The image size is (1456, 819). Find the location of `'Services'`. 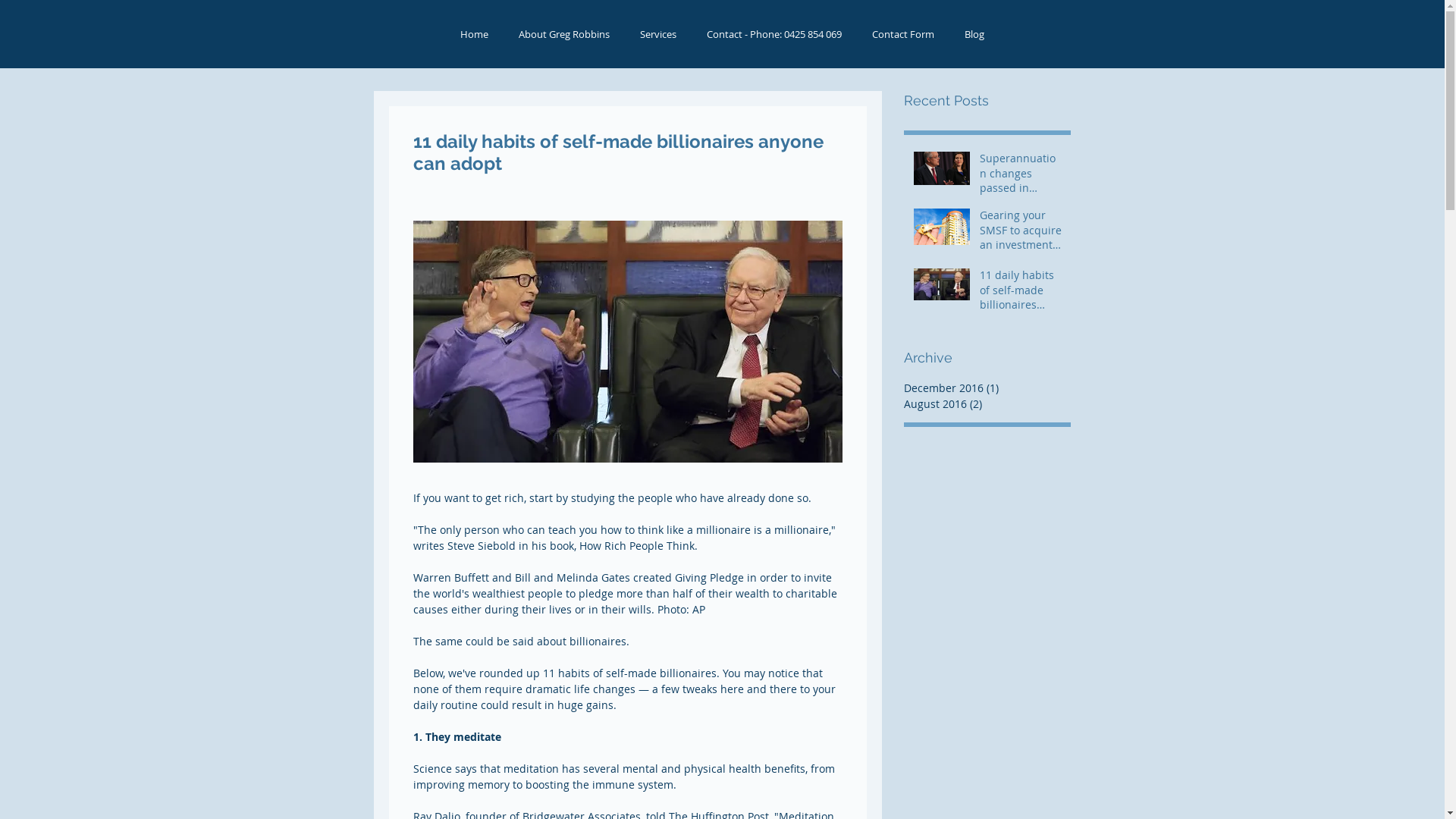

'Services' is located at coordinates (658, 34).